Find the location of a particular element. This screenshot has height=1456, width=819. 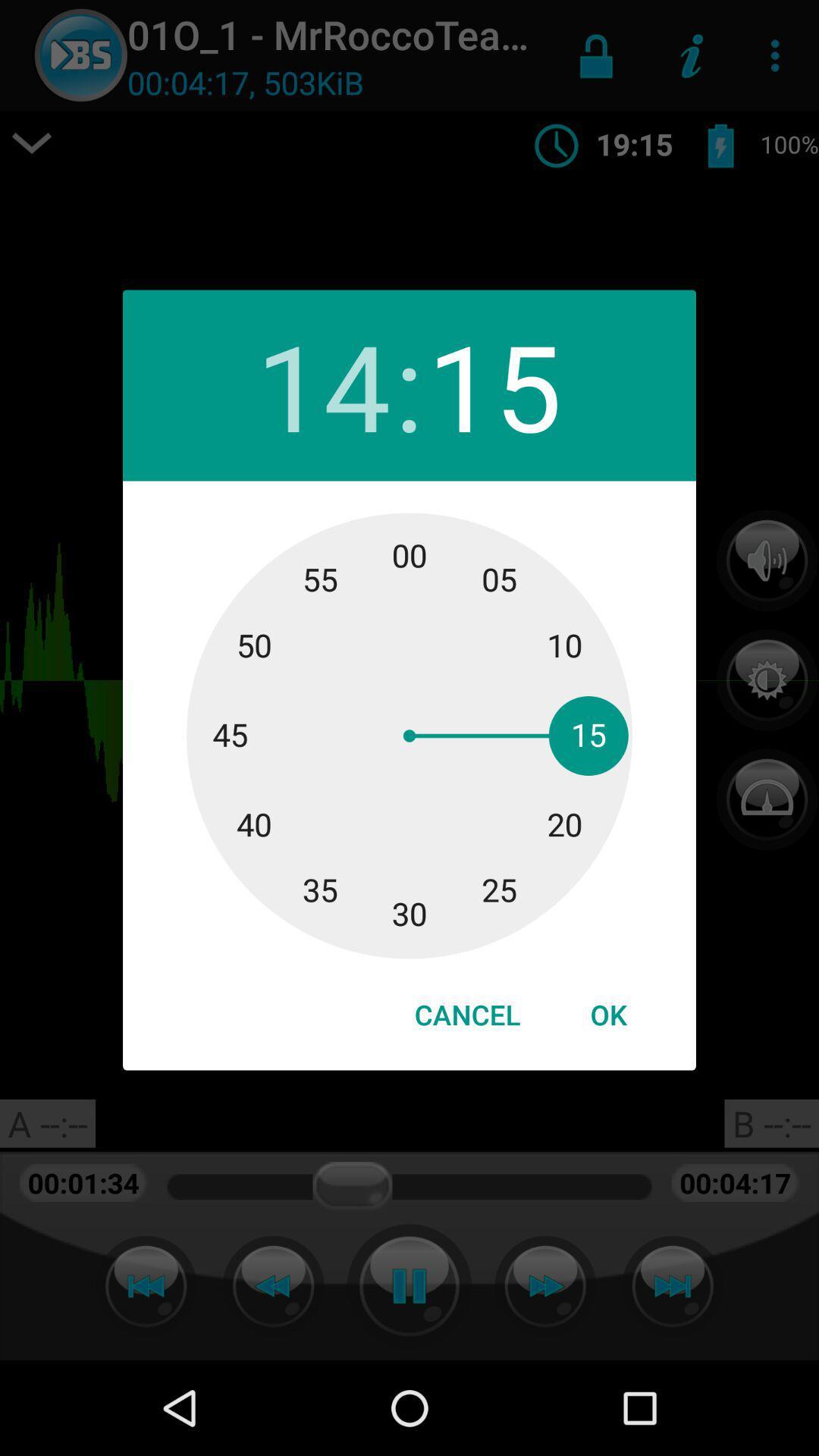

icon next to ok icon is located at coordinates (466, 1015).